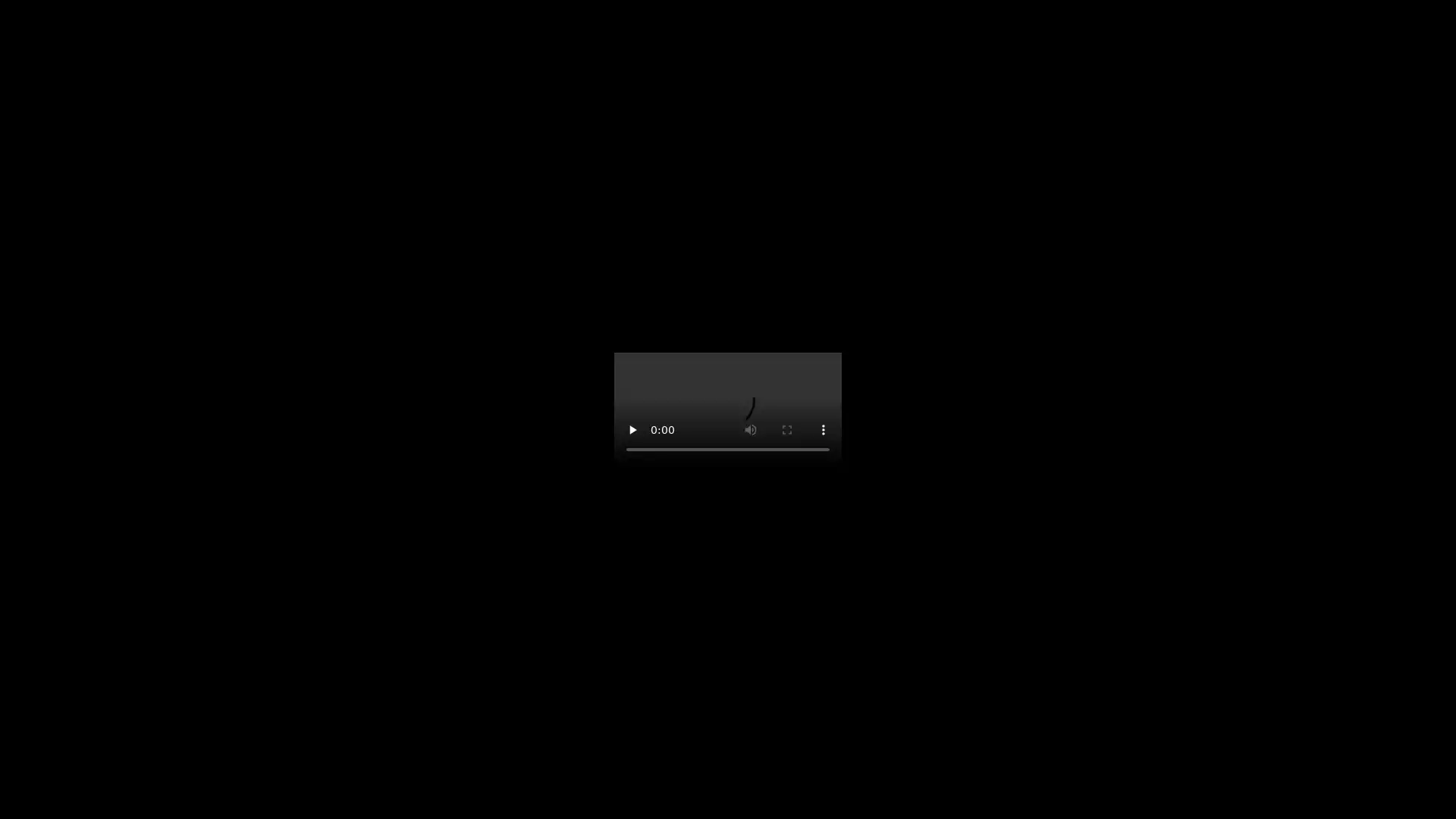 The width and height of the screenshot is (1456, 819). Describe the element at coordinates (633, 444) in the screenshot. I see `pause` at that location.